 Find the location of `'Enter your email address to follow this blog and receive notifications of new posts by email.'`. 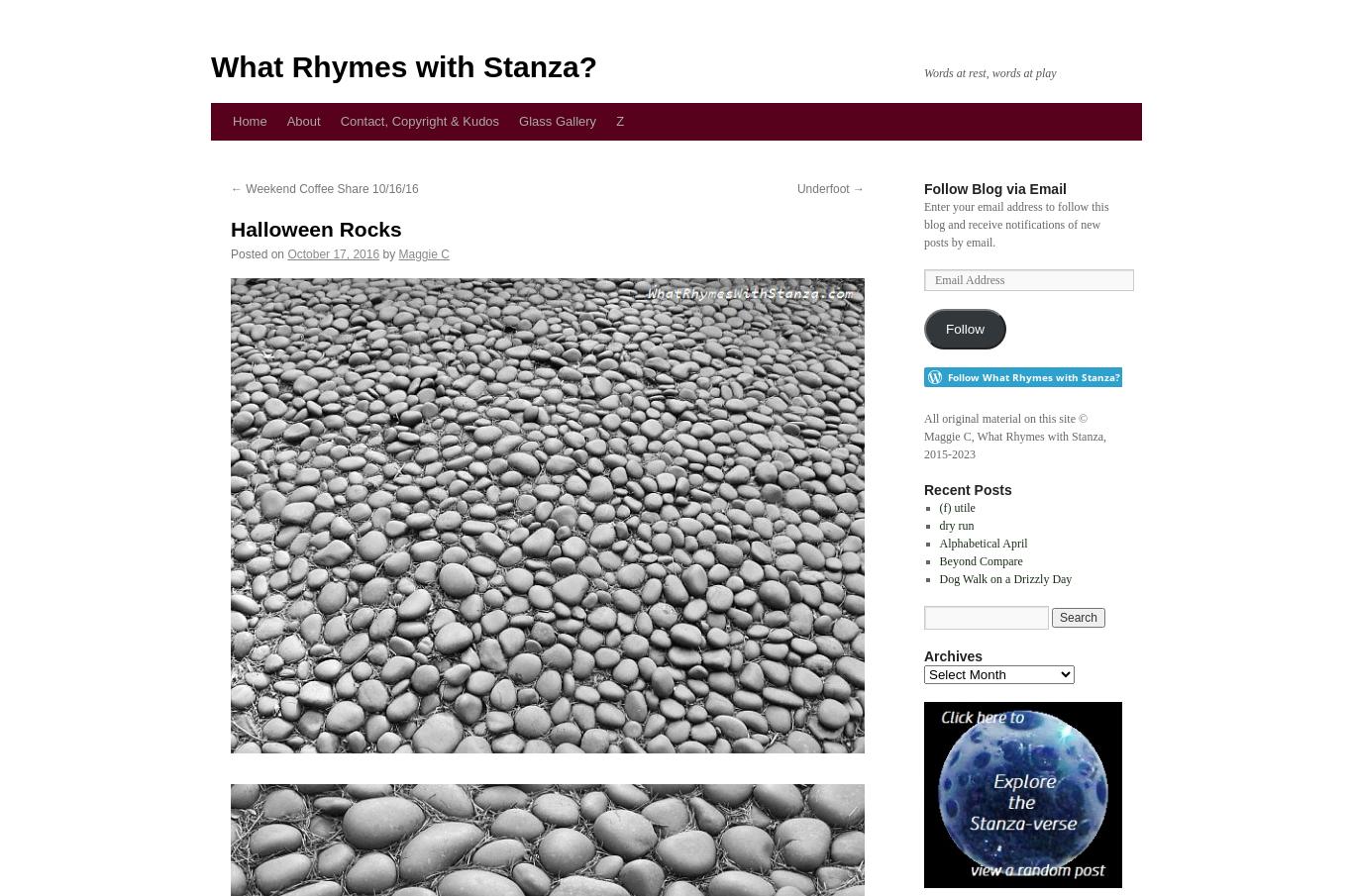

'Enter your email address to follow this blog and receive notifications of new posts by email.' is located at coordinates (1015, 223).